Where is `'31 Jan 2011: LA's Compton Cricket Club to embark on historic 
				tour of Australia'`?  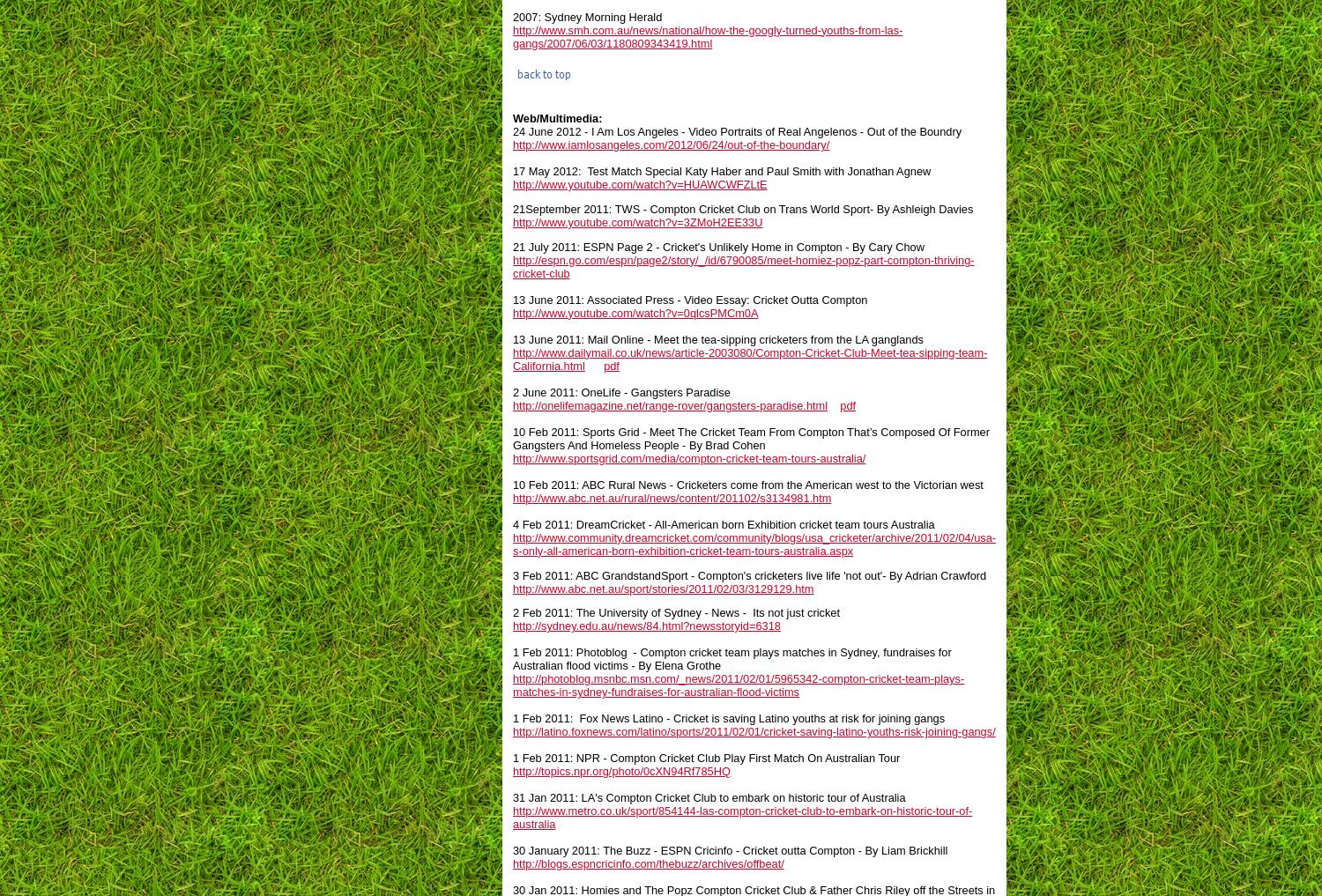 '31 Jan 2011: LA's Compton Cricket Club to embark on historic 
				tour of Australia' is located at coordinates (709, 796).